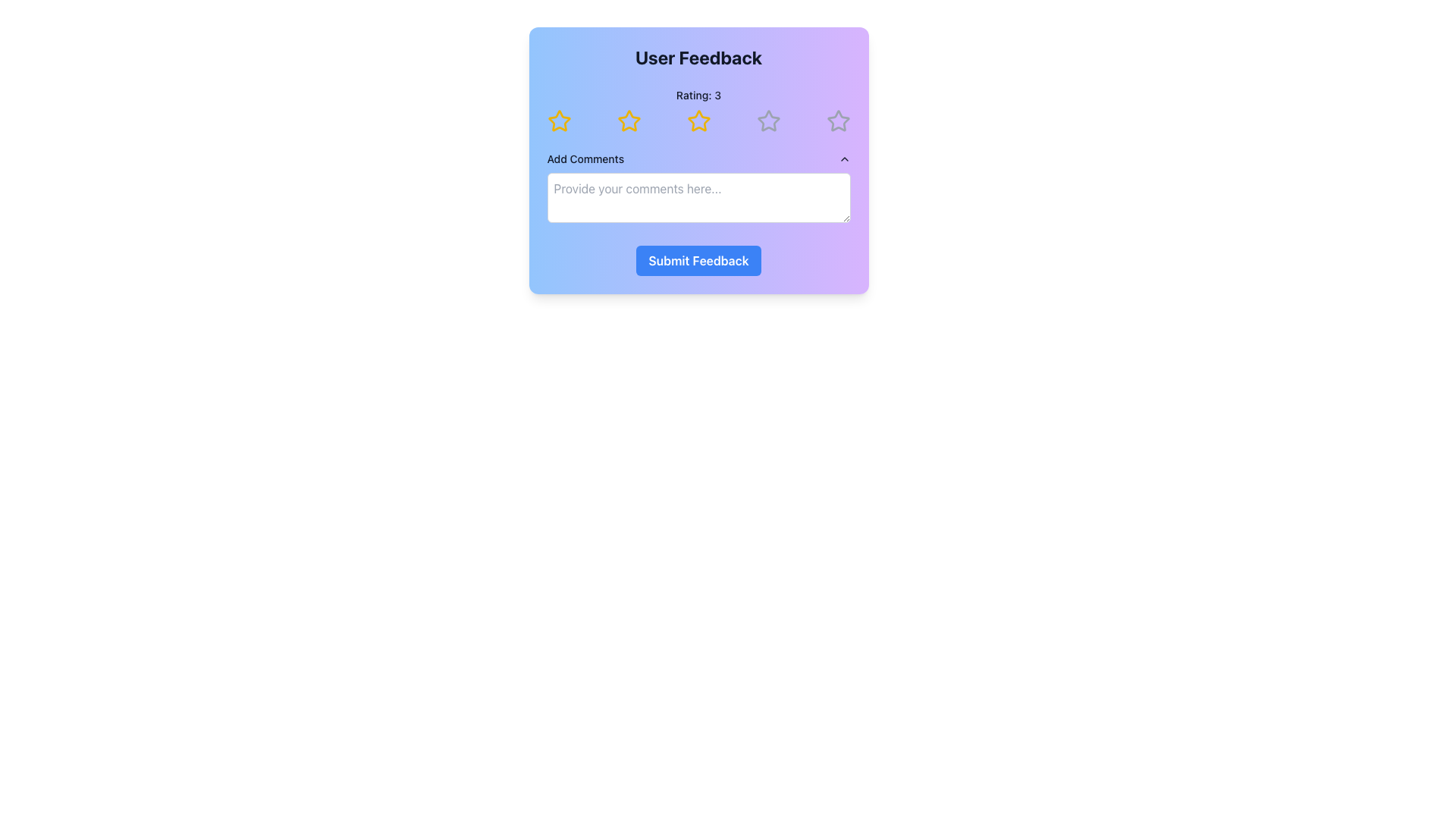 The image size is (1456, 819). Describe the element at coordinates (767, 119) in the screenshot. I see `the fourth star-shaped icon in the rating system` at that location.